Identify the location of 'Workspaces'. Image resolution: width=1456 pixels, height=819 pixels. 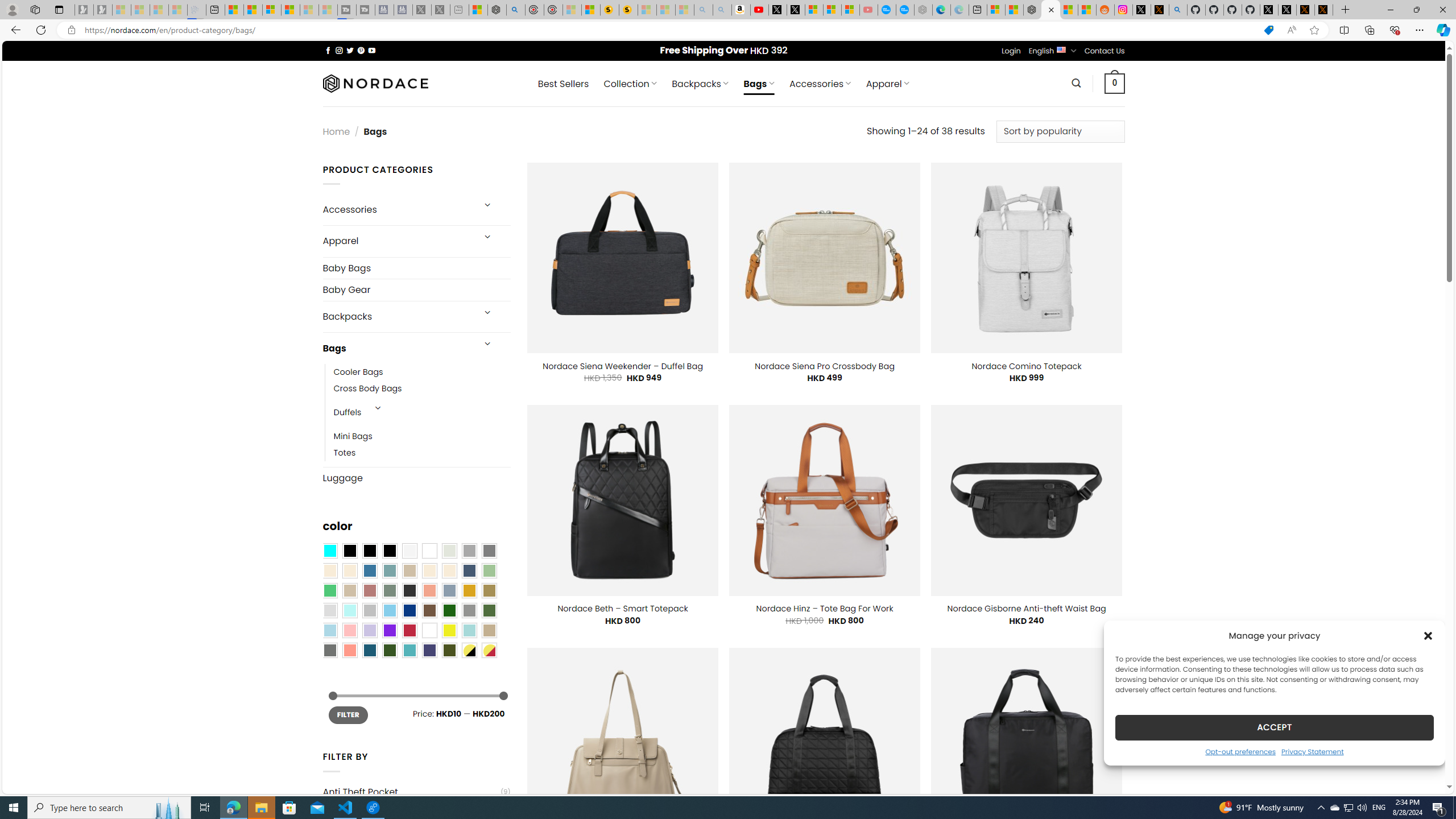
(35, 9).